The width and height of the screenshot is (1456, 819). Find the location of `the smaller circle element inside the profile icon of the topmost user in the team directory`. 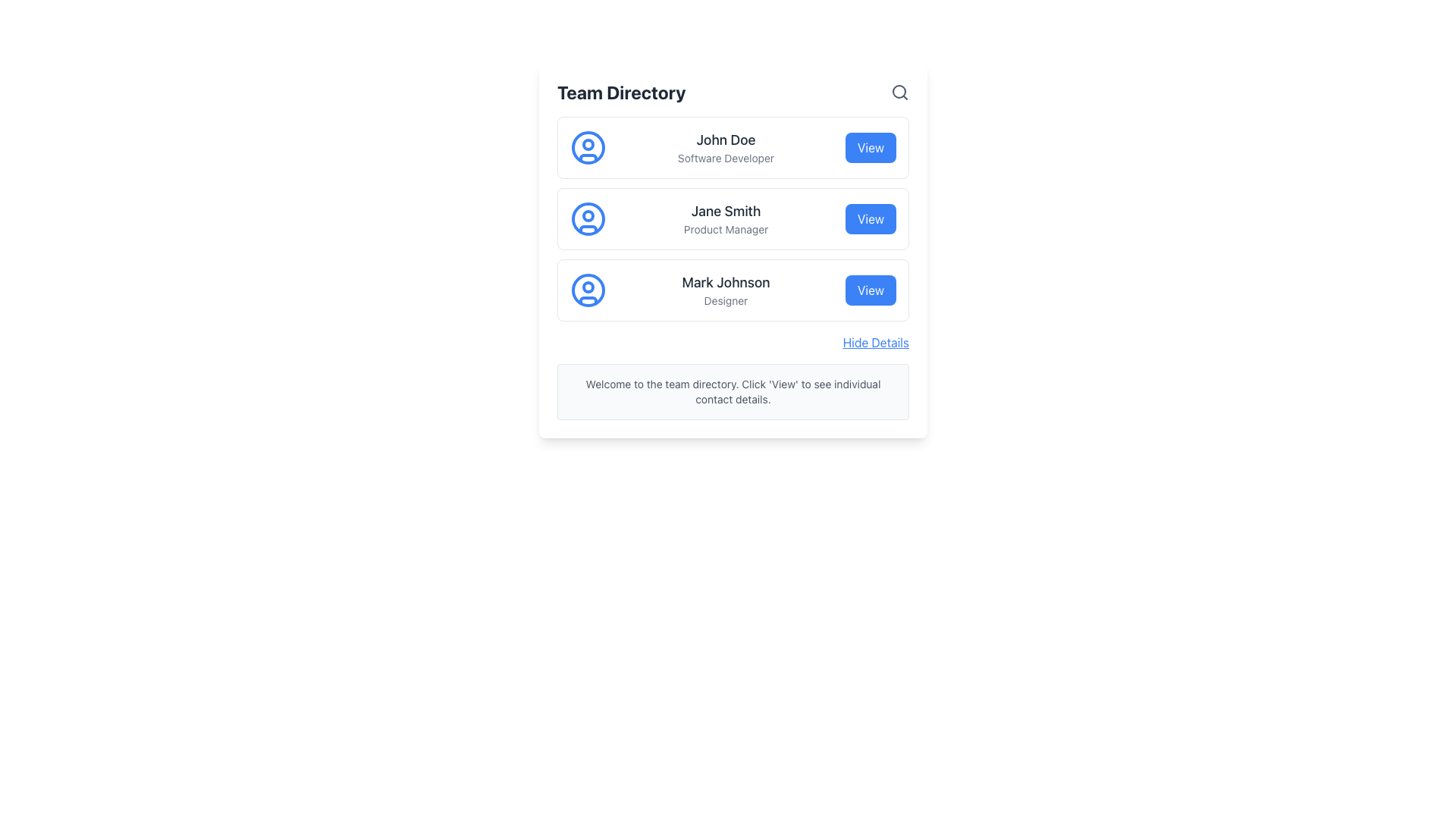

the smaller circle element inside the profile icon of the topmost user in the team directory is located at coordinates (588, 145).